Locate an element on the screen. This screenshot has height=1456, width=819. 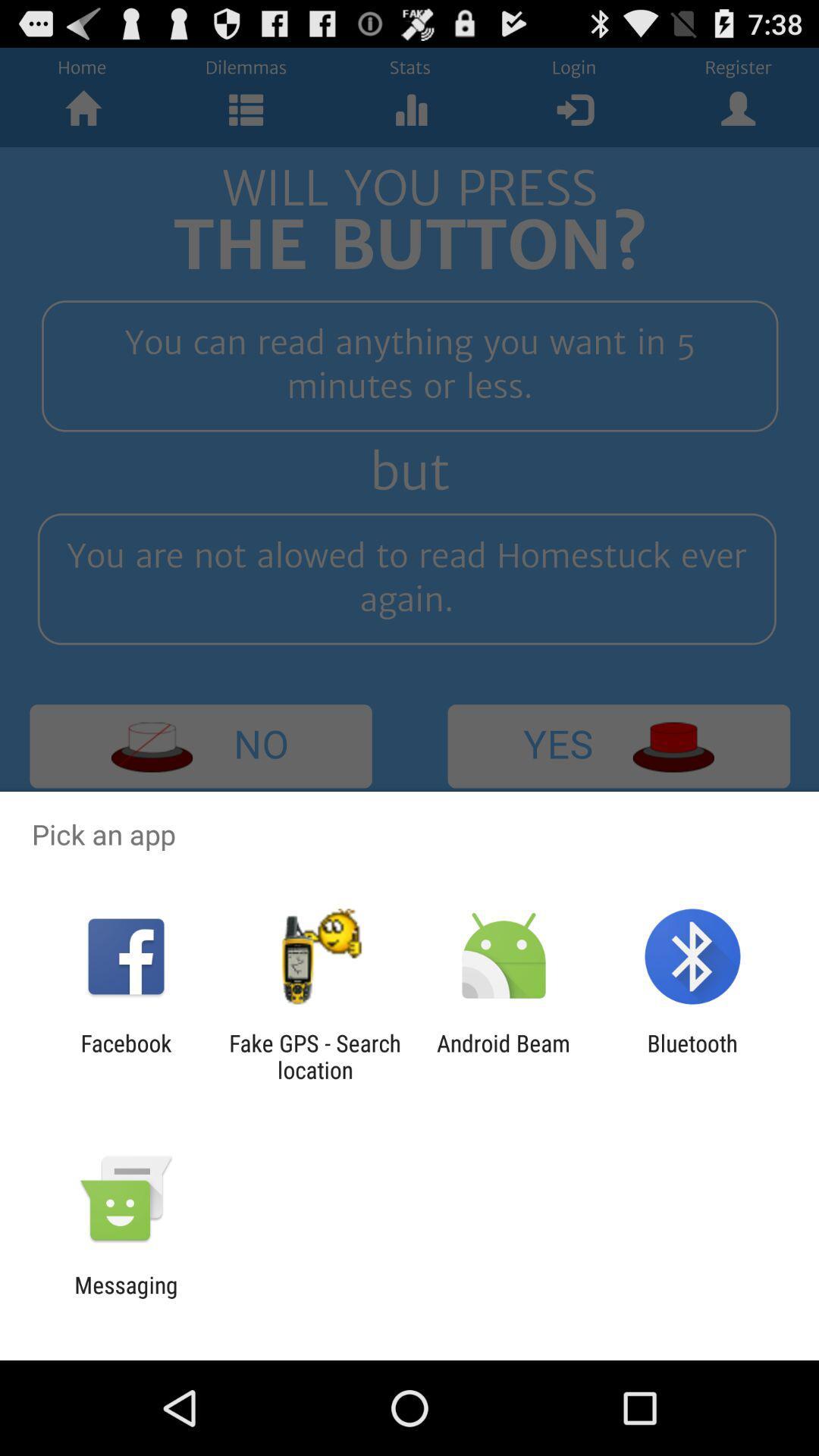
the app next to facebook is located at coordinates (314, 1056).